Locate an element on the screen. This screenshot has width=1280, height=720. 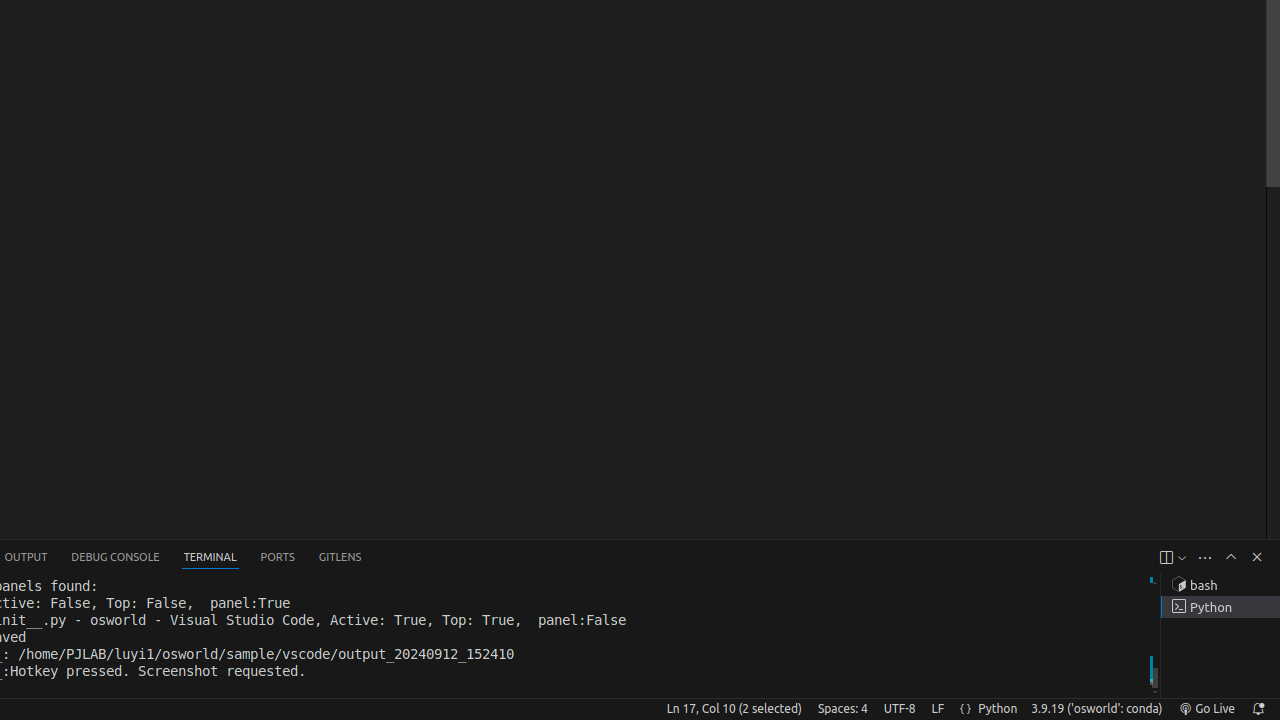
'Editor Language Status: Auto Import Completions: false' is located at coordinates (965, 707).